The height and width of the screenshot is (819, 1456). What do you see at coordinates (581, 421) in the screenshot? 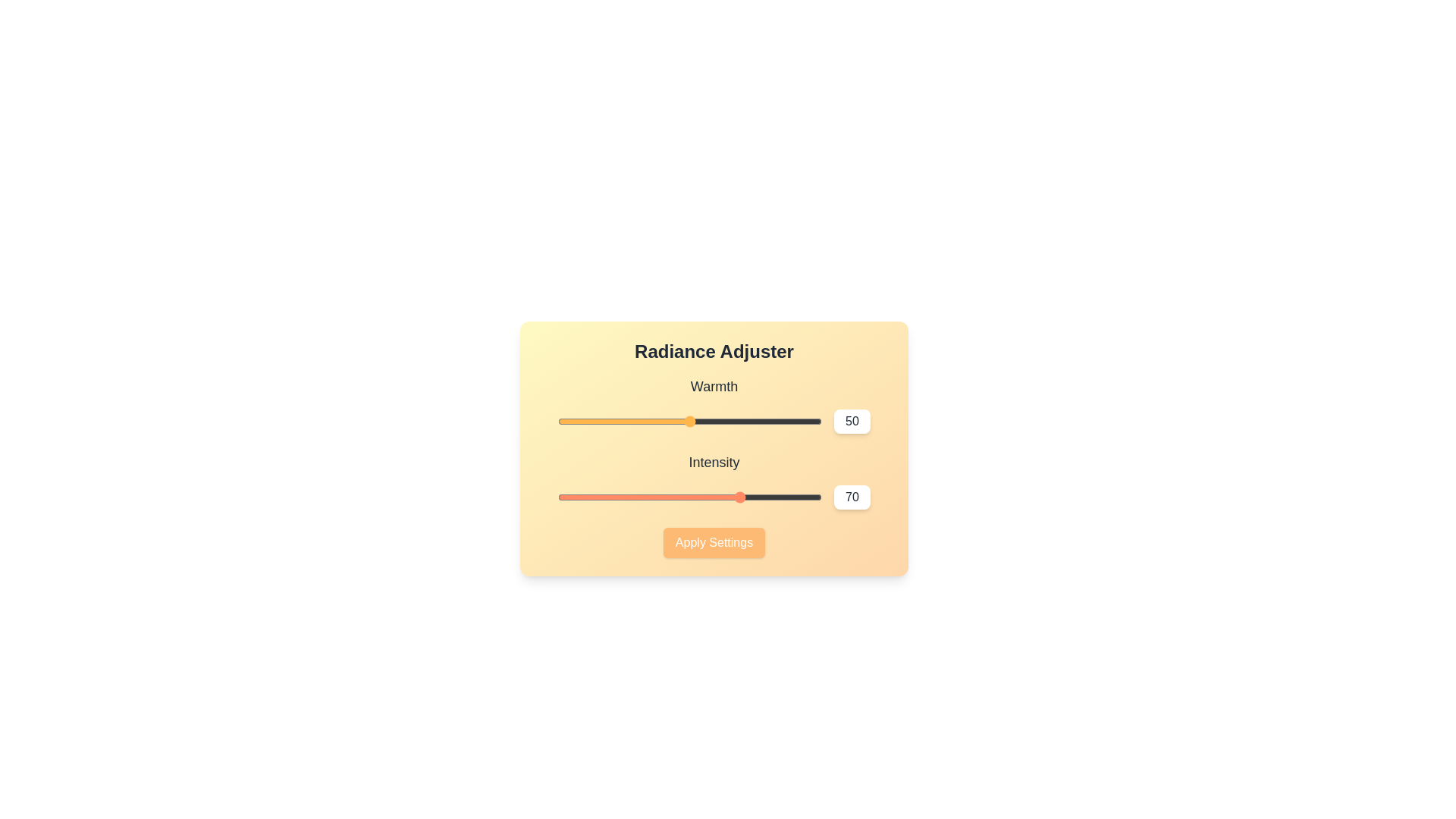
I see `the 'Warmth' slider to 9` at bounding box center [581, 421].